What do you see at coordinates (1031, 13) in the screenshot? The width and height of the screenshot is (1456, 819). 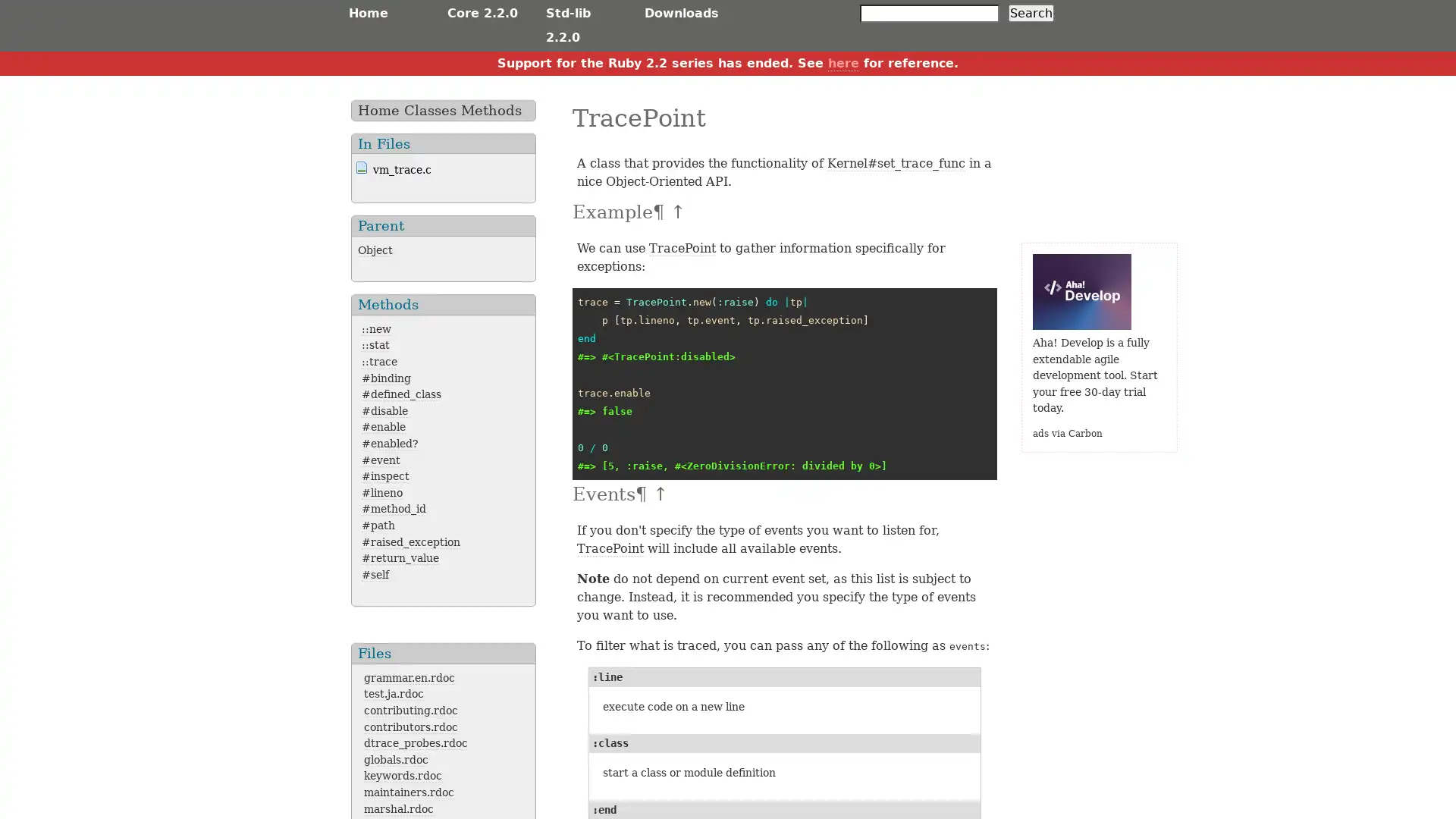 I see `Search` at bounding box center [1031, 13].